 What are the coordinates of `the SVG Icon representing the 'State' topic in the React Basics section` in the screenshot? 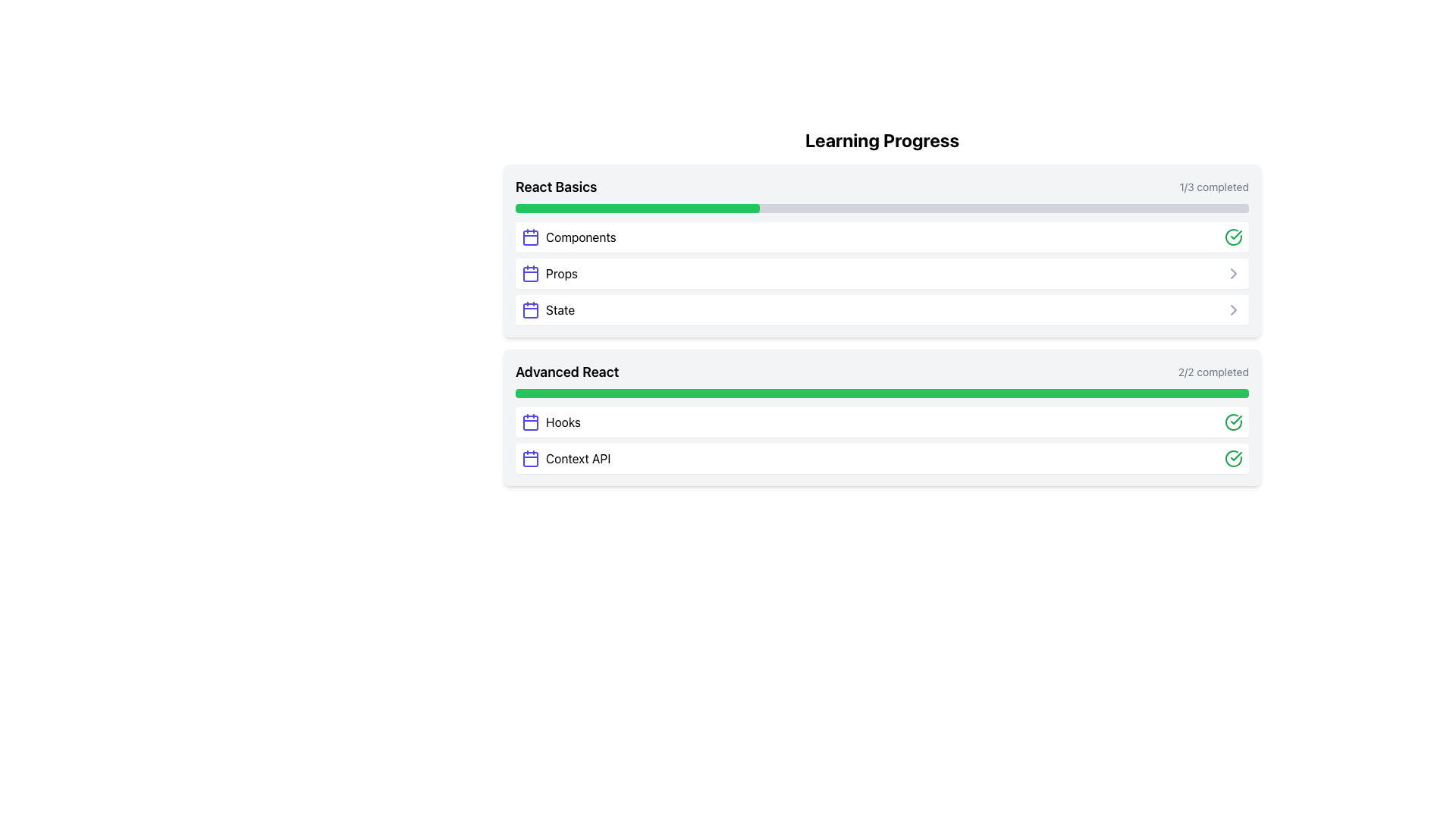 It's located at (531, 309).